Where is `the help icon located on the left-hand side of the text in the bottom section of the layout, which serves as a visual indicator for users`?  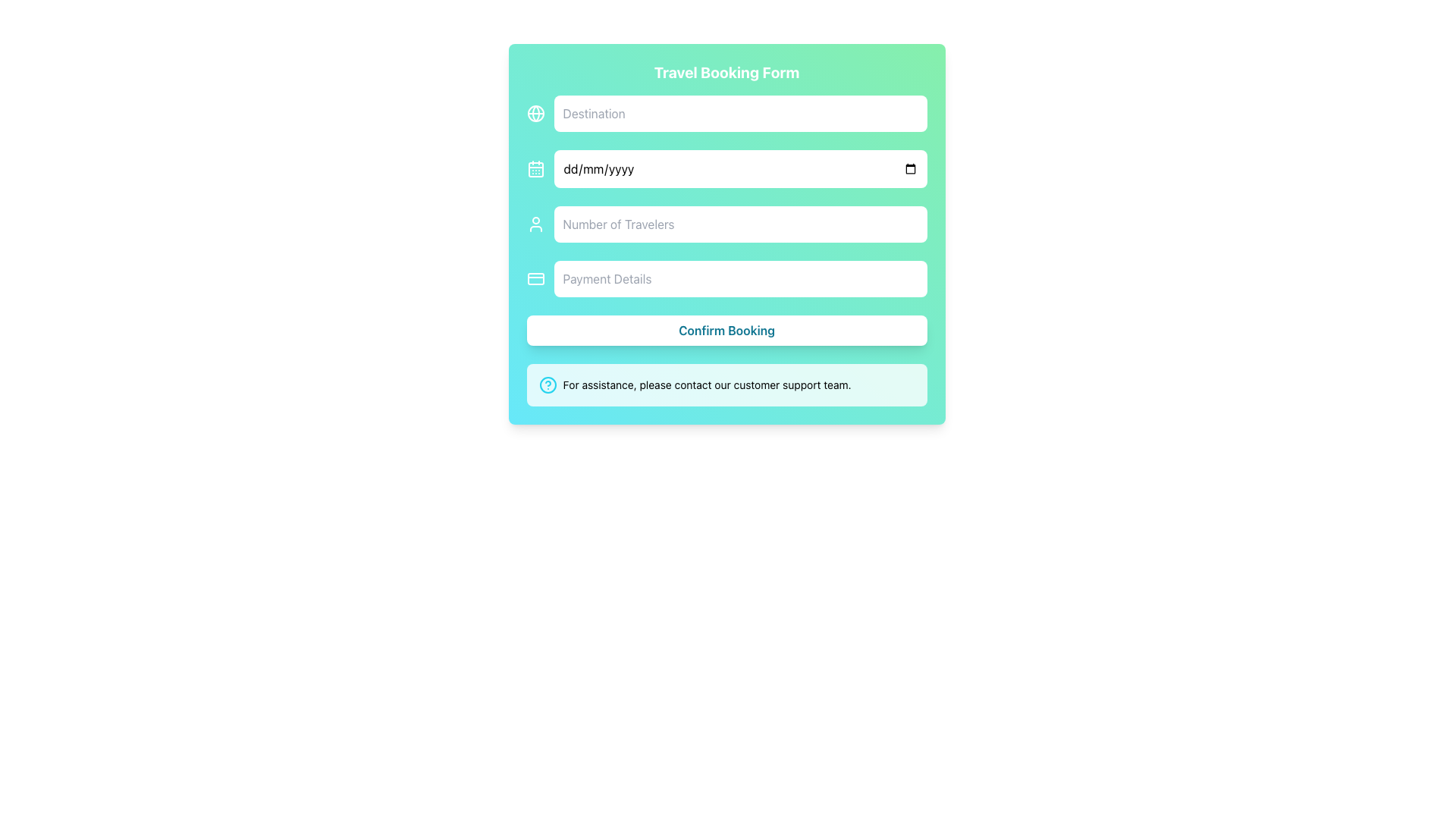
the help icon located on the left-hand side of the text in the bottom section of the layout, which serves as a visual indicator for users is located at coordinates (547, 384).